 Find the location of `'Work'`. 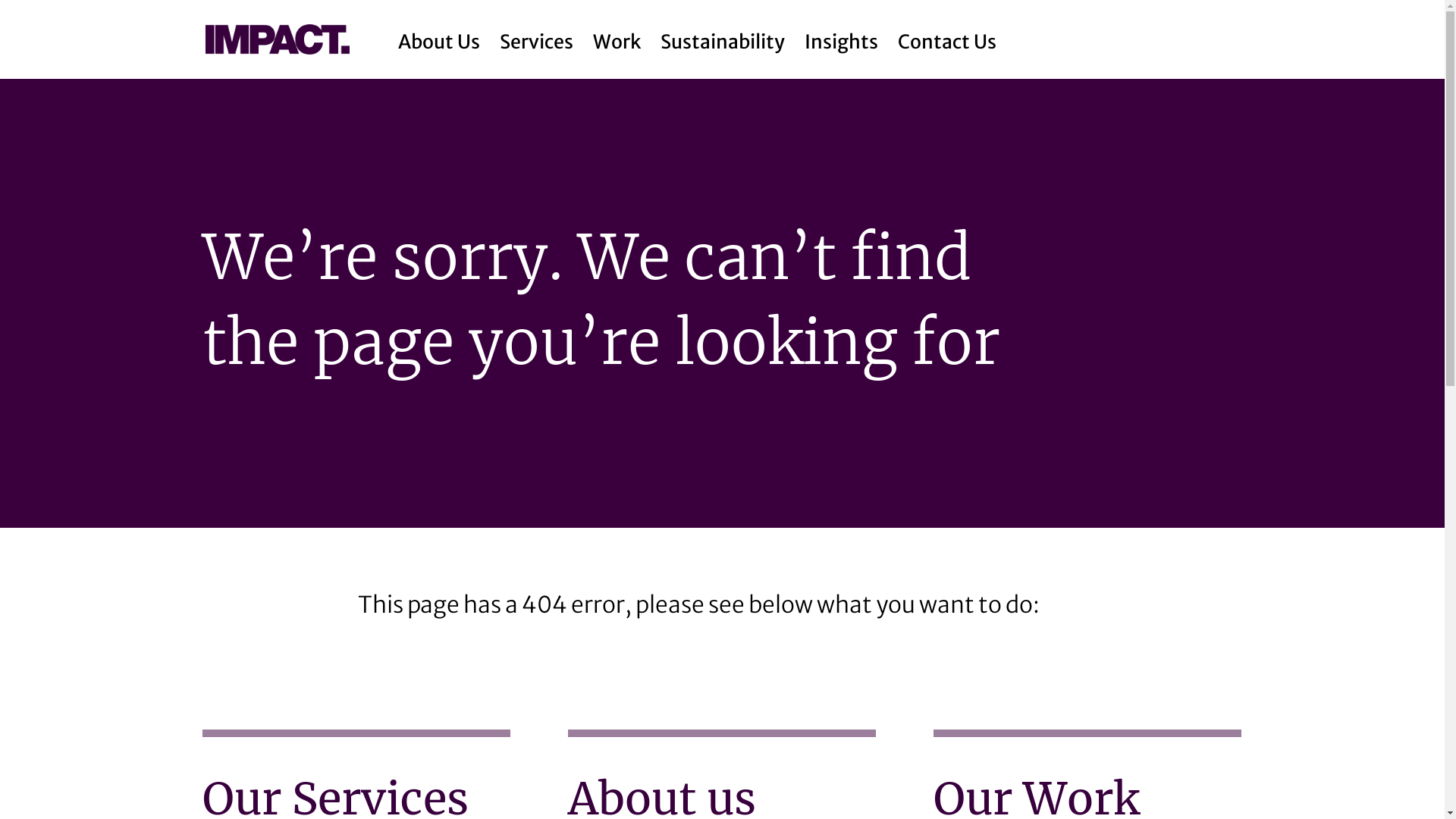

'Work' is located at coordinates (617, 34).